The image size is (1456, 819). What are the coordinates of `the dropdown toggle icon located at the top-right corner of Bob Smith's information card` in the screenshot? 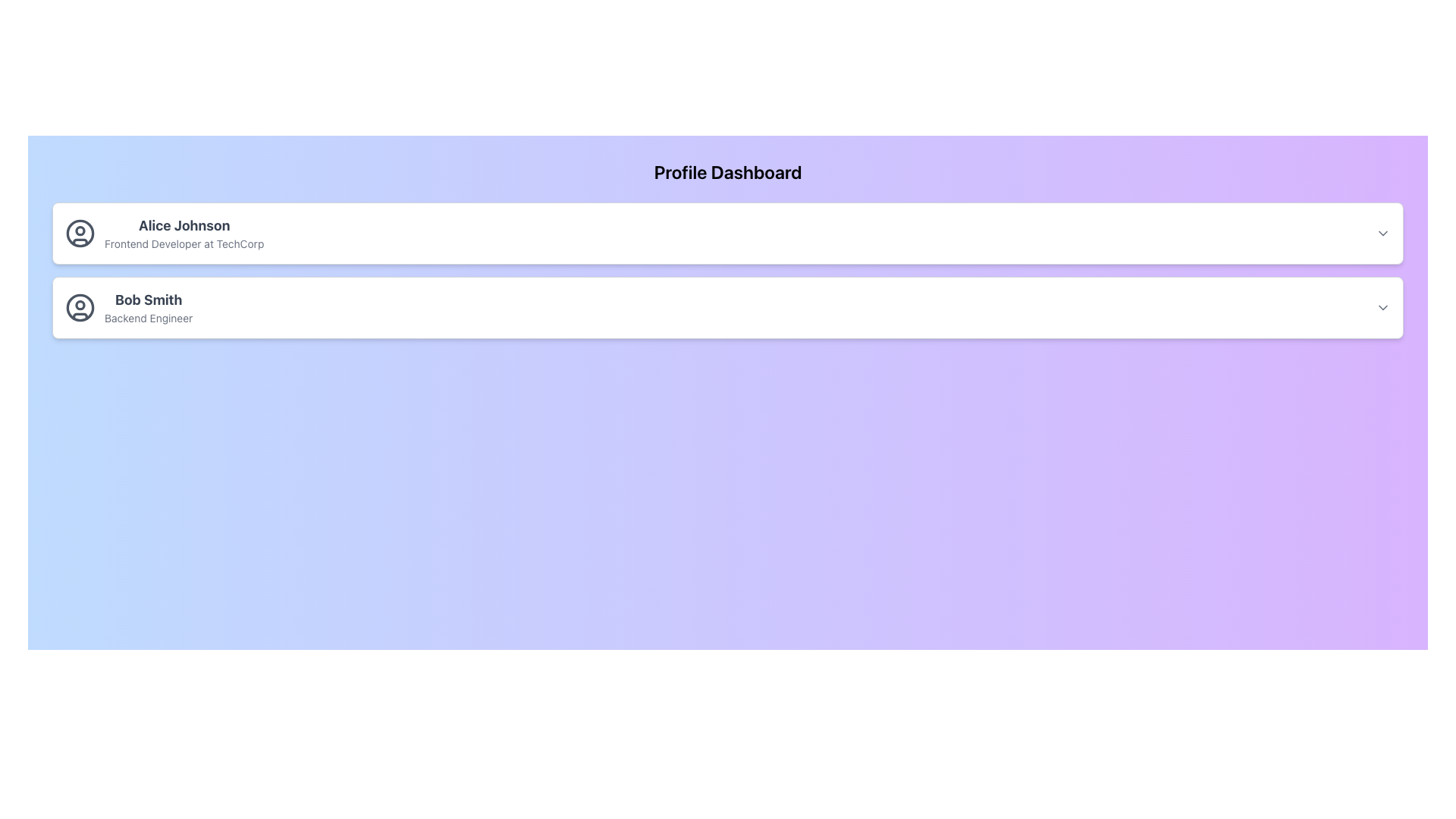 It's located at (1383, 307).